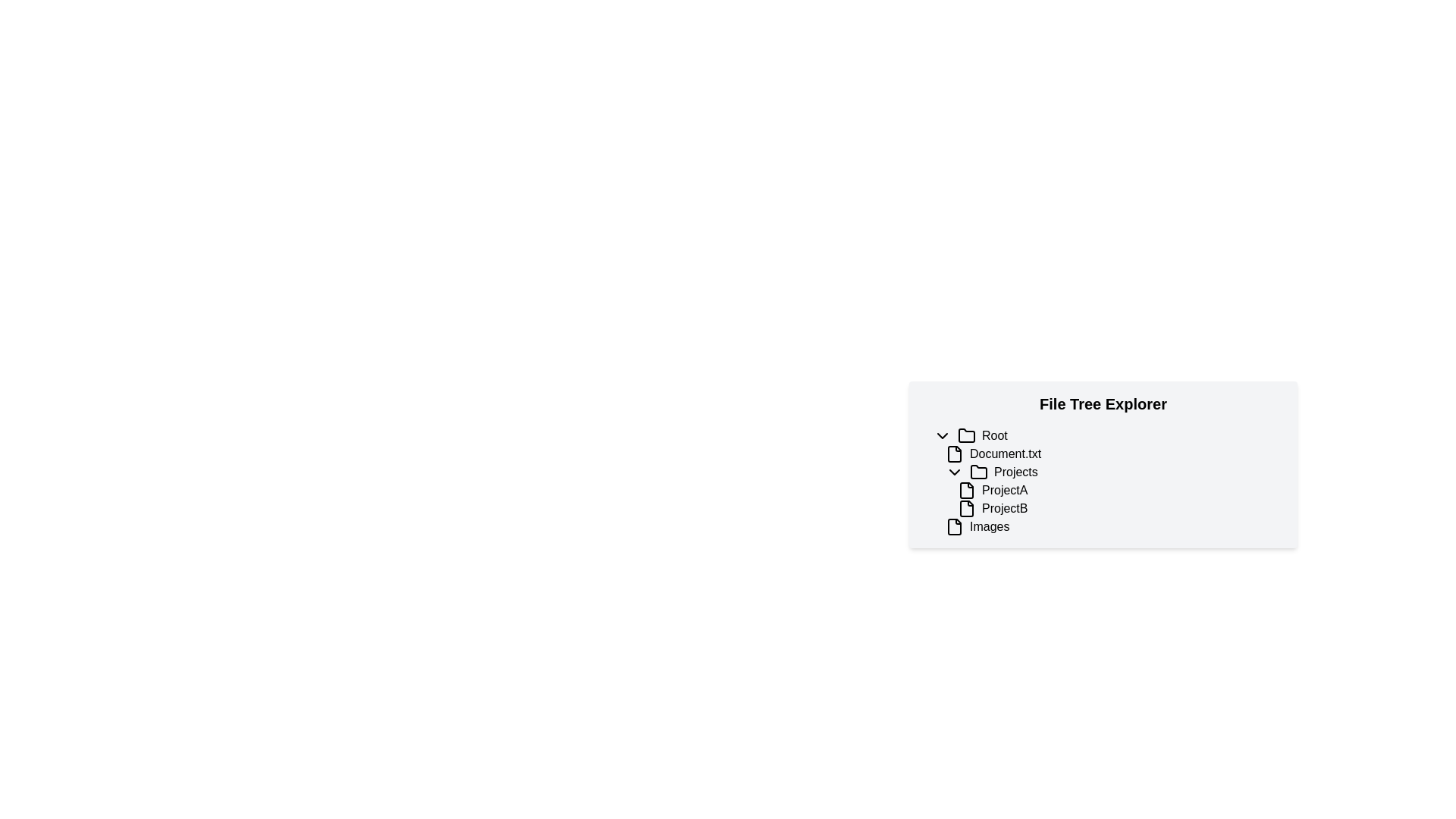 The height and width of the screenshot is (819, 1456). Describe the element at coordinates (966, 435) in the screenshot. I see `the folder icon located to the left of the text 'Root' in the file tree` at that location.